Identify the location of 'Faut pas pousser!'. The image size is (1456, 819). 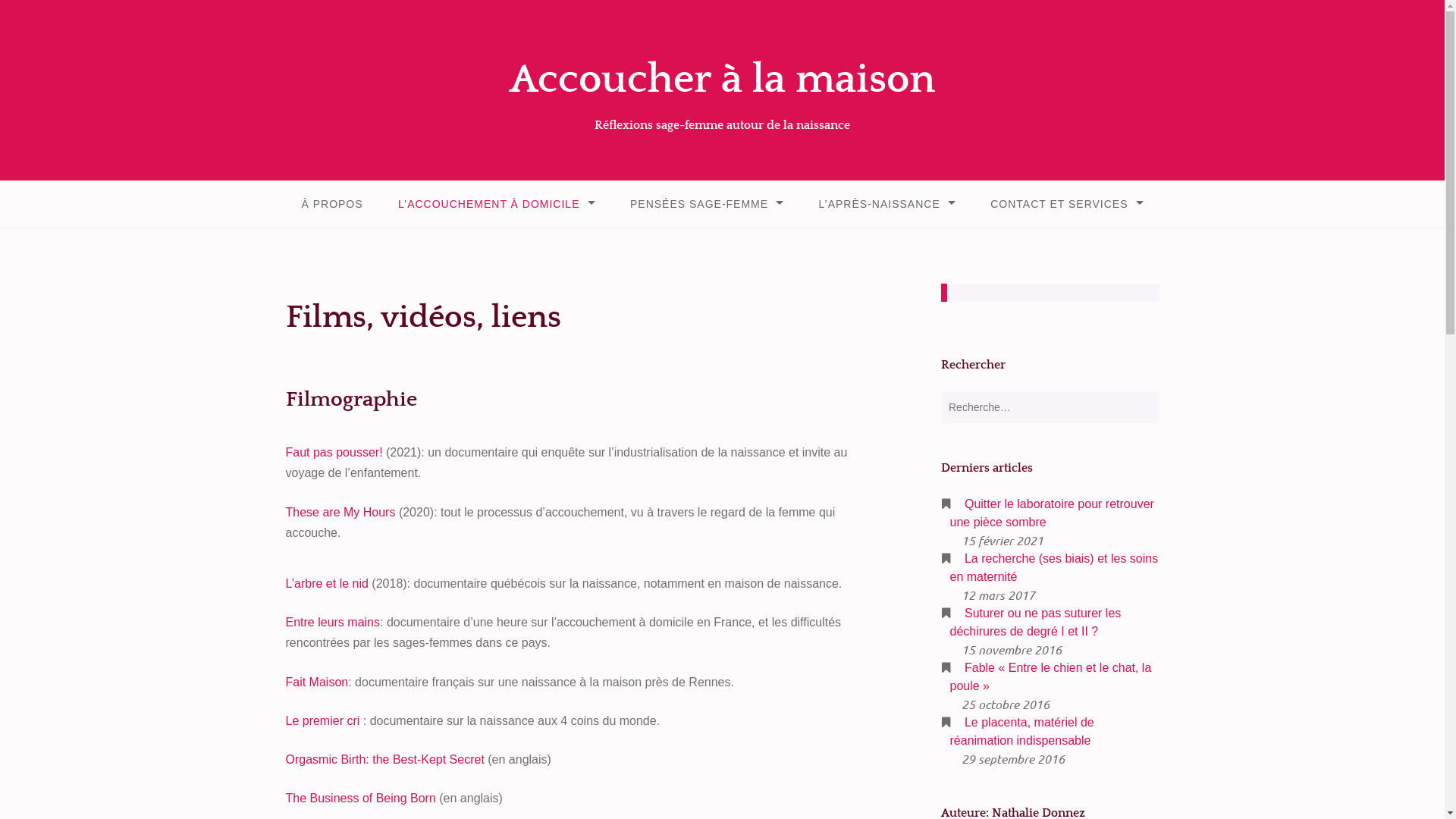
(284, 451).